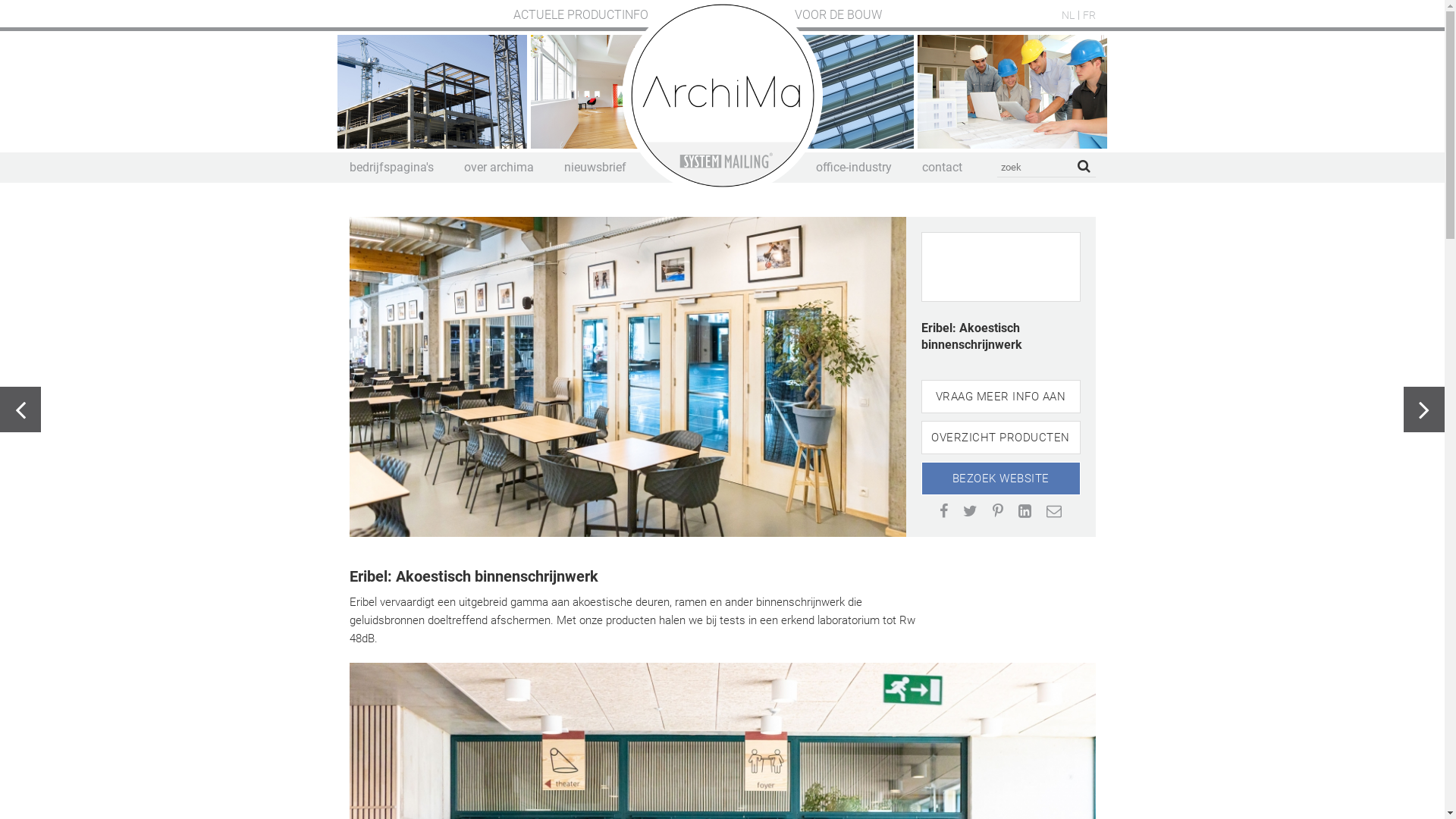 This screenshot has width=1456, height=819. I want to click on 'nieuwsbrief', so click(595, 167).